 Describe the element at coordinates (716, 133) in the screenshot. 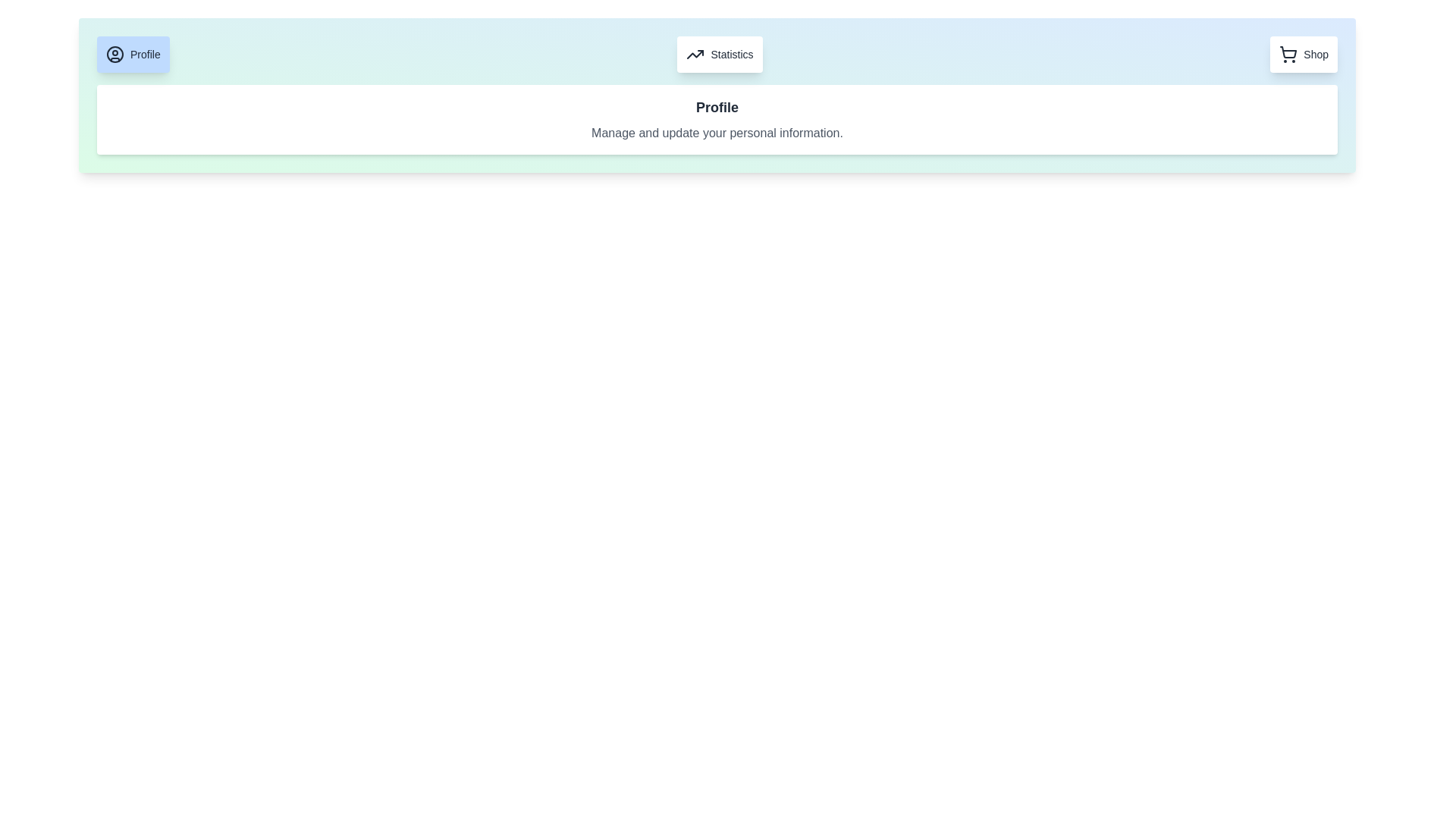

I see `text from the Text Block that provides supplementary information about managing and updating personal information in the profile section, located below the 'Profile' label` at that location.